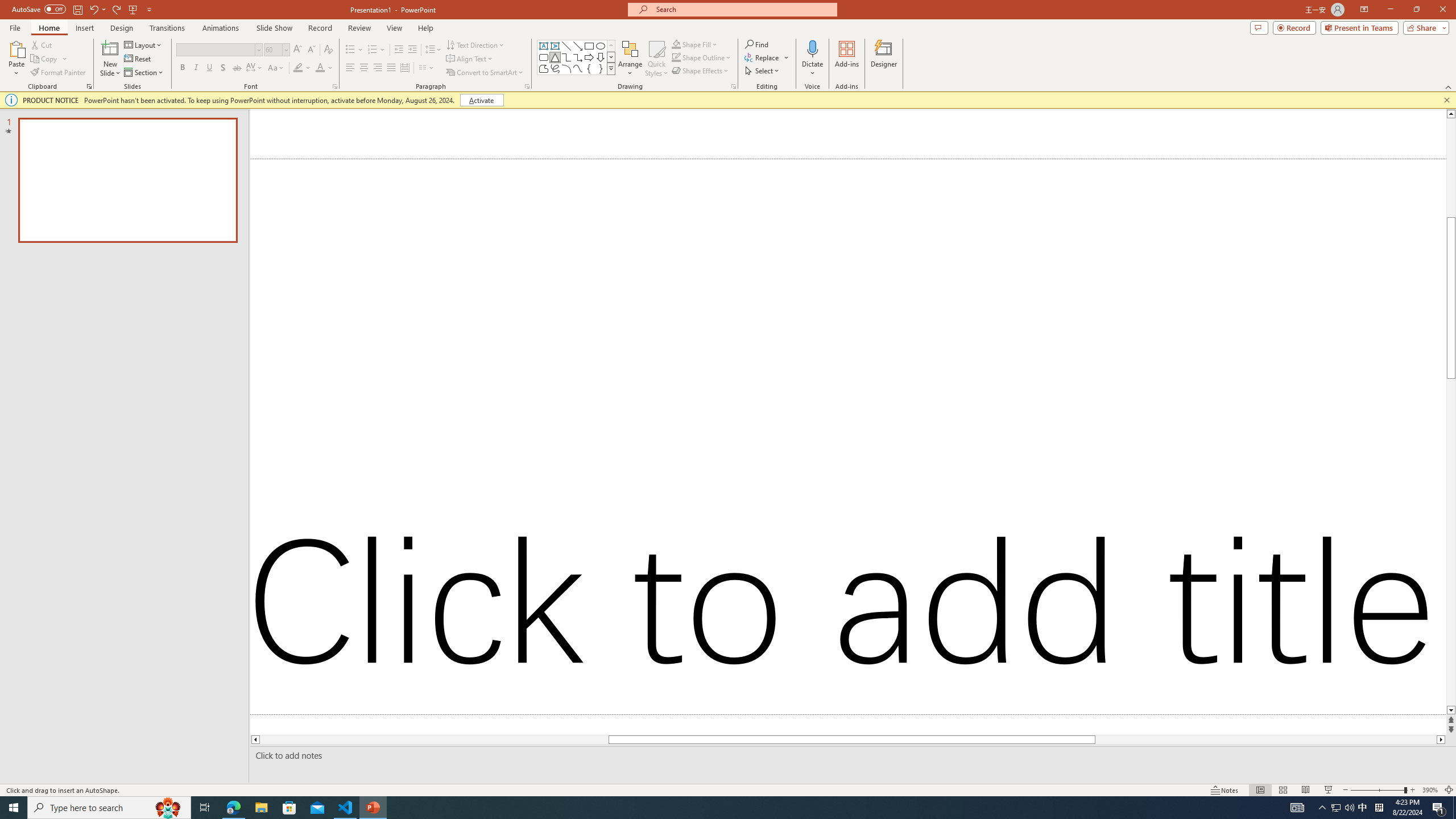 This screenshot has width=1456, height=819. I want to click on 'Strikethrough', so click(237, 67).